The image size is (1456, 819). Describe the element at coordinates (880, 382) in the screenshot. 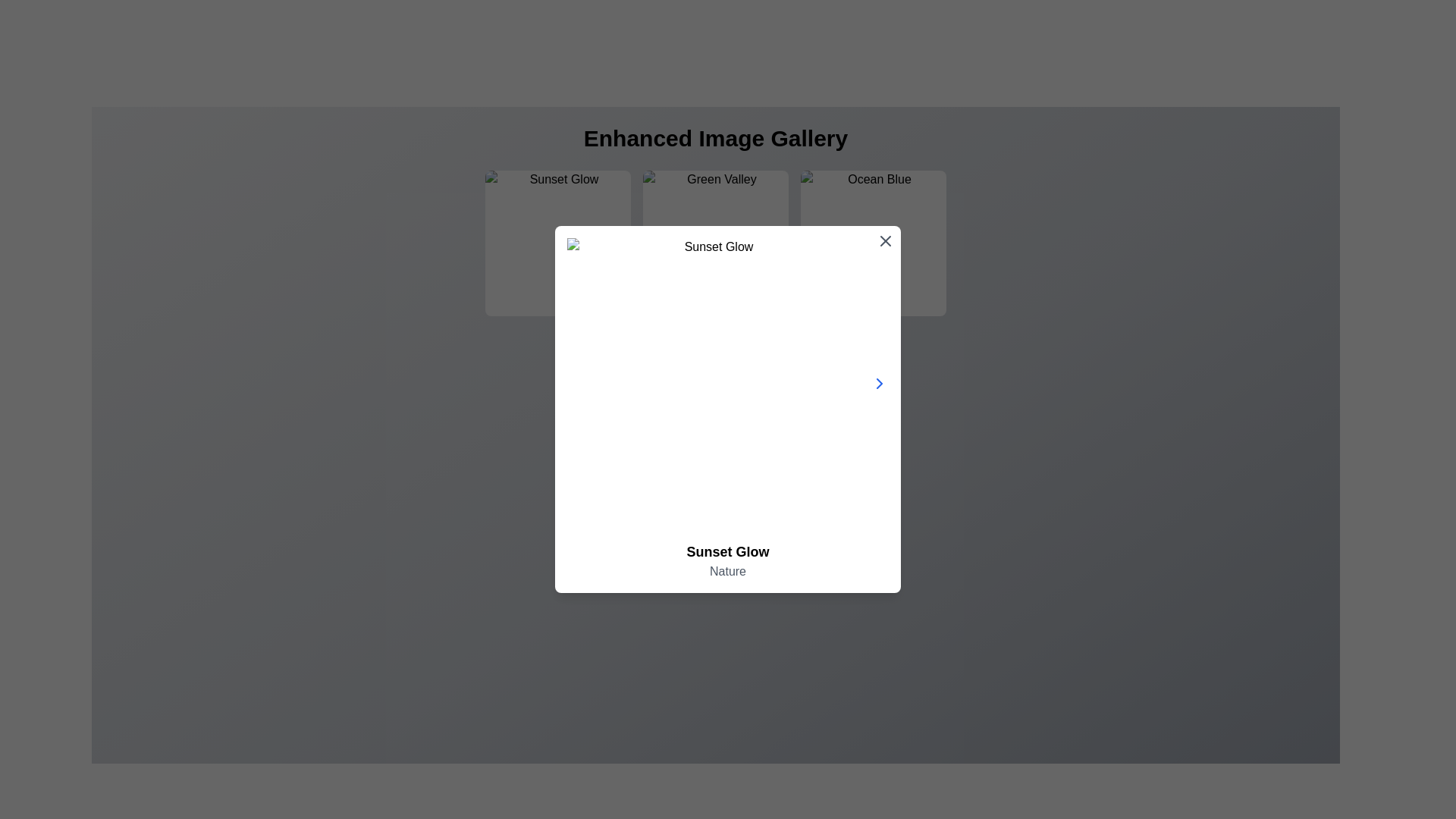

I see `the small rightward-pointing chevron icon, styled with a bold blue color, located in the far right side of the modal interface` at that location.